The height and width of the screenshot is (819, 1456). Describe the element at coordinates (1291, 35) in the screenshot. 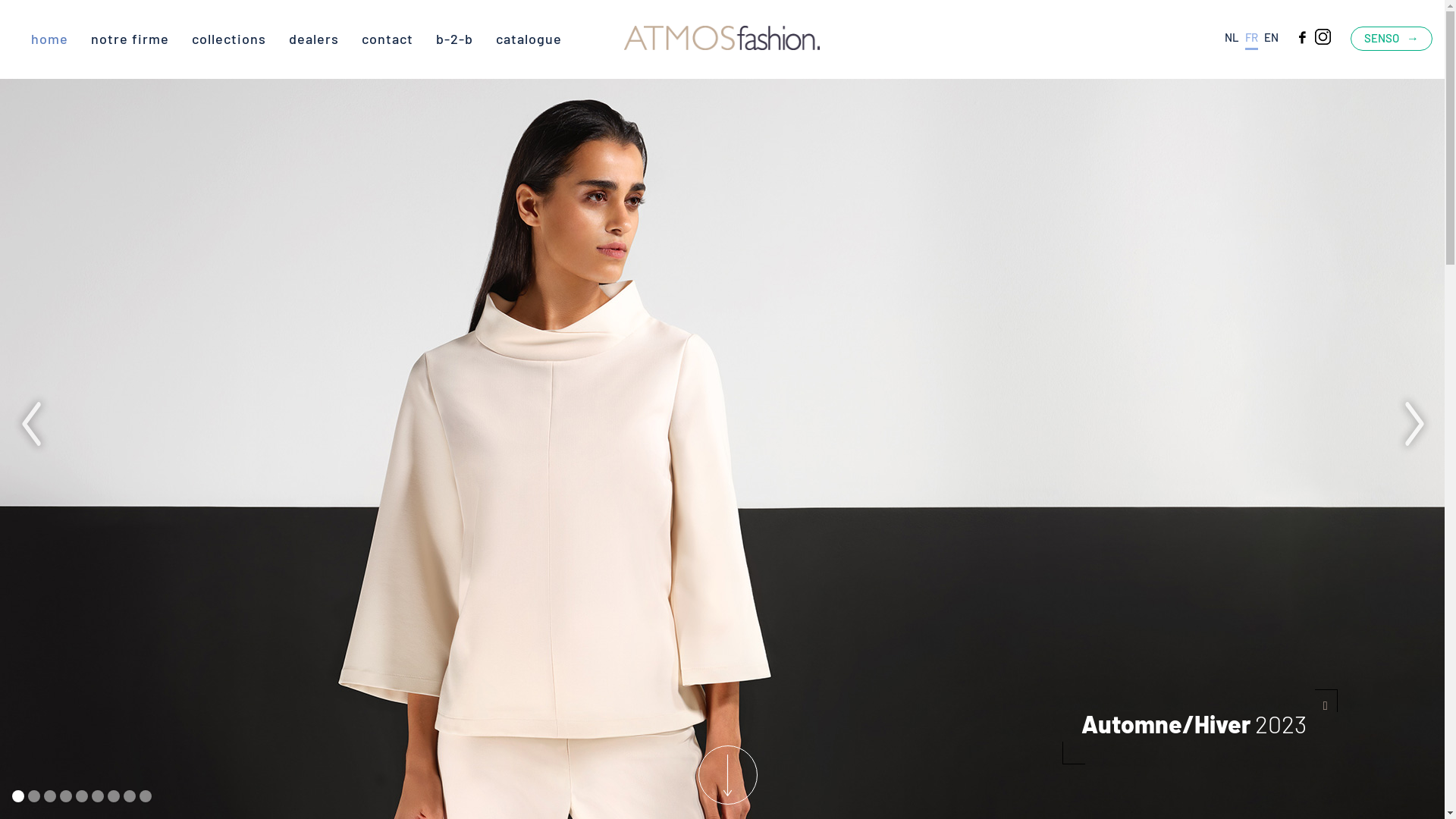

I see `'Visit our facebook page'` at that location.